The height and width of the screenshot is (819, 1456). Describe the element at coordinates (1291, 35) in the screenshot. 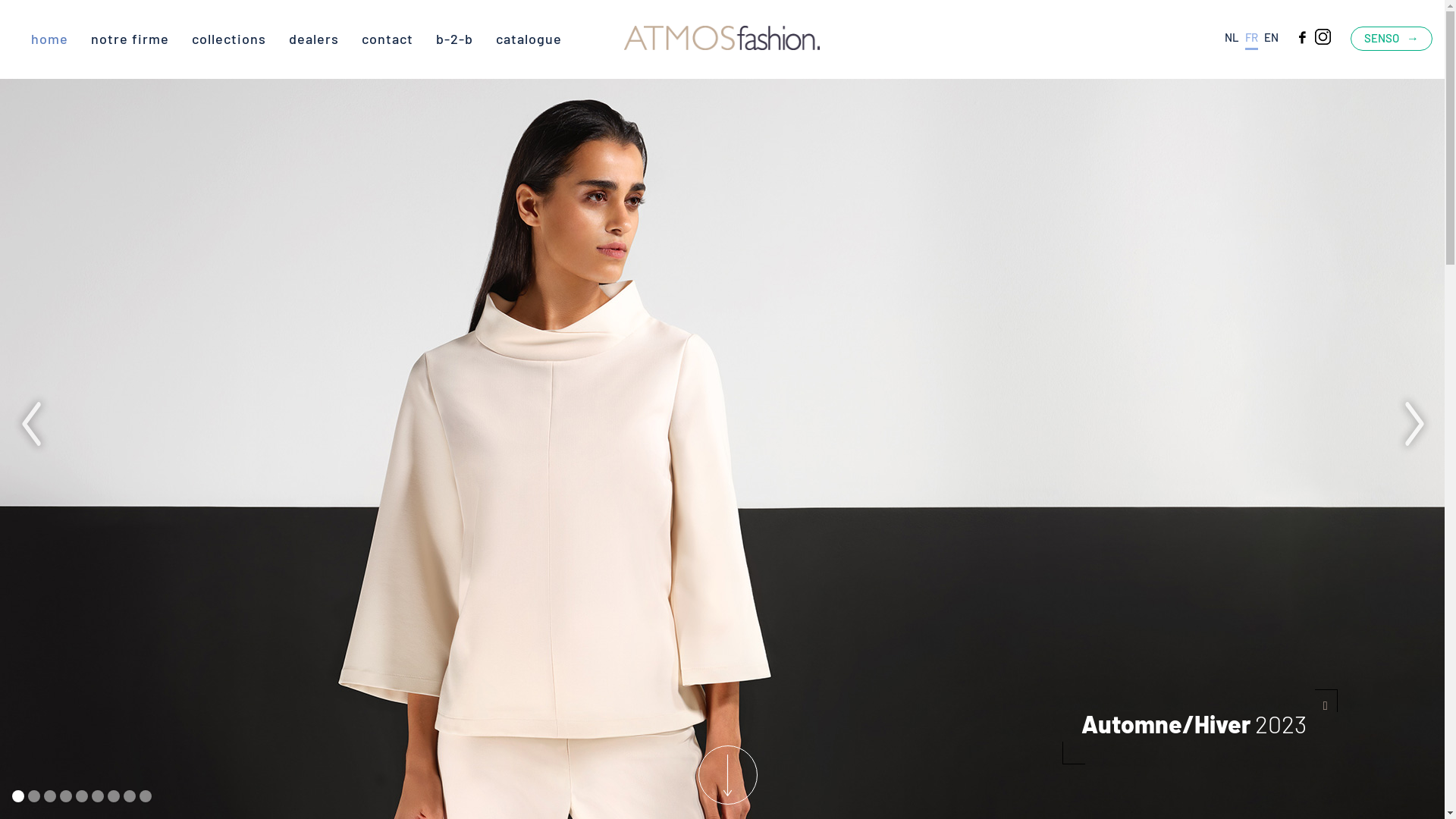

I see `'Visit our facebook page'` at that location.